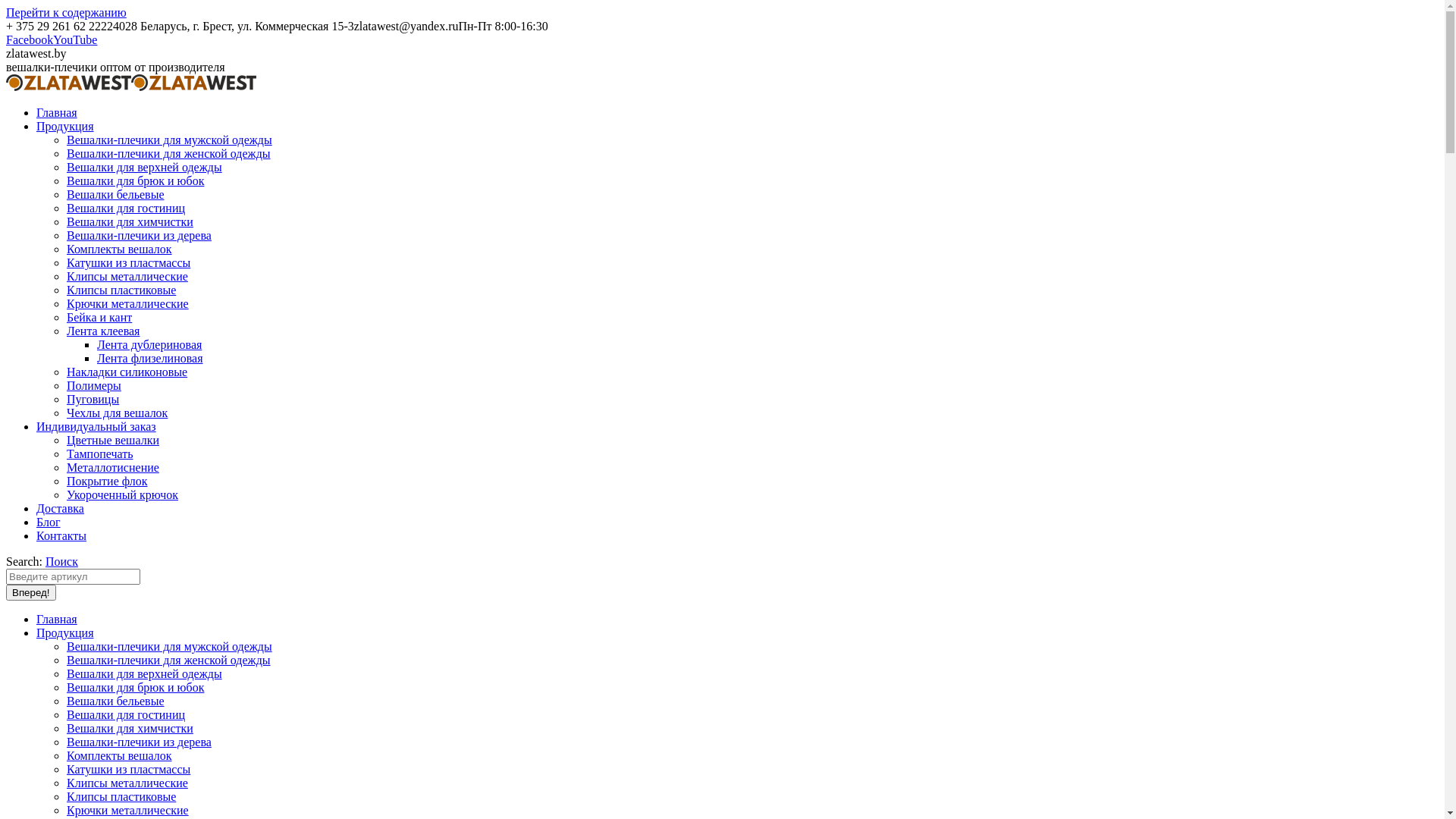  Describe the element at coordinates (29, 39) in the screenshot. I see `'Facebook'` at that location.